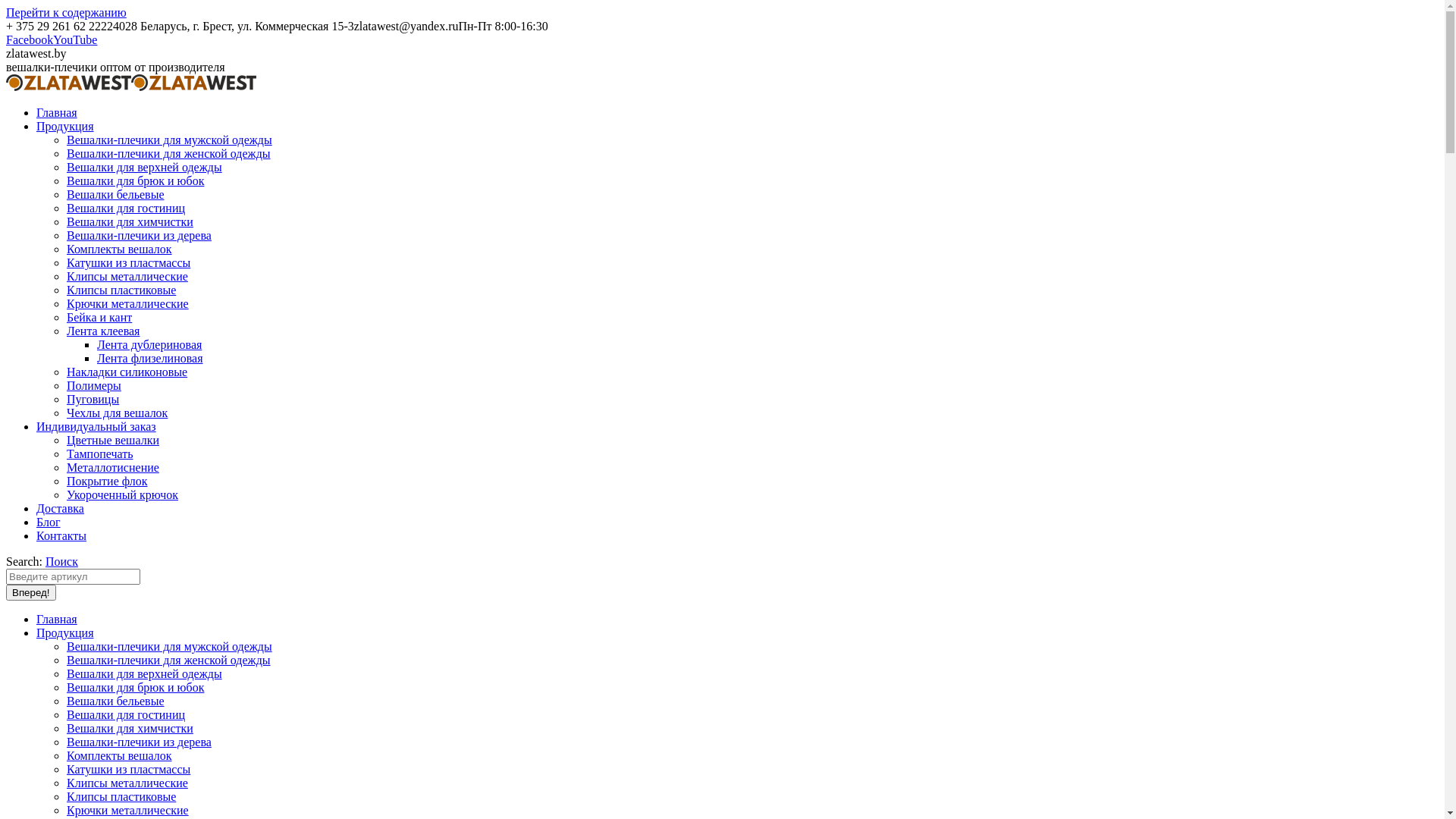  Describe the element at coordinates (29, 39) in the screenshot. I see `'Facebook'` at that location.